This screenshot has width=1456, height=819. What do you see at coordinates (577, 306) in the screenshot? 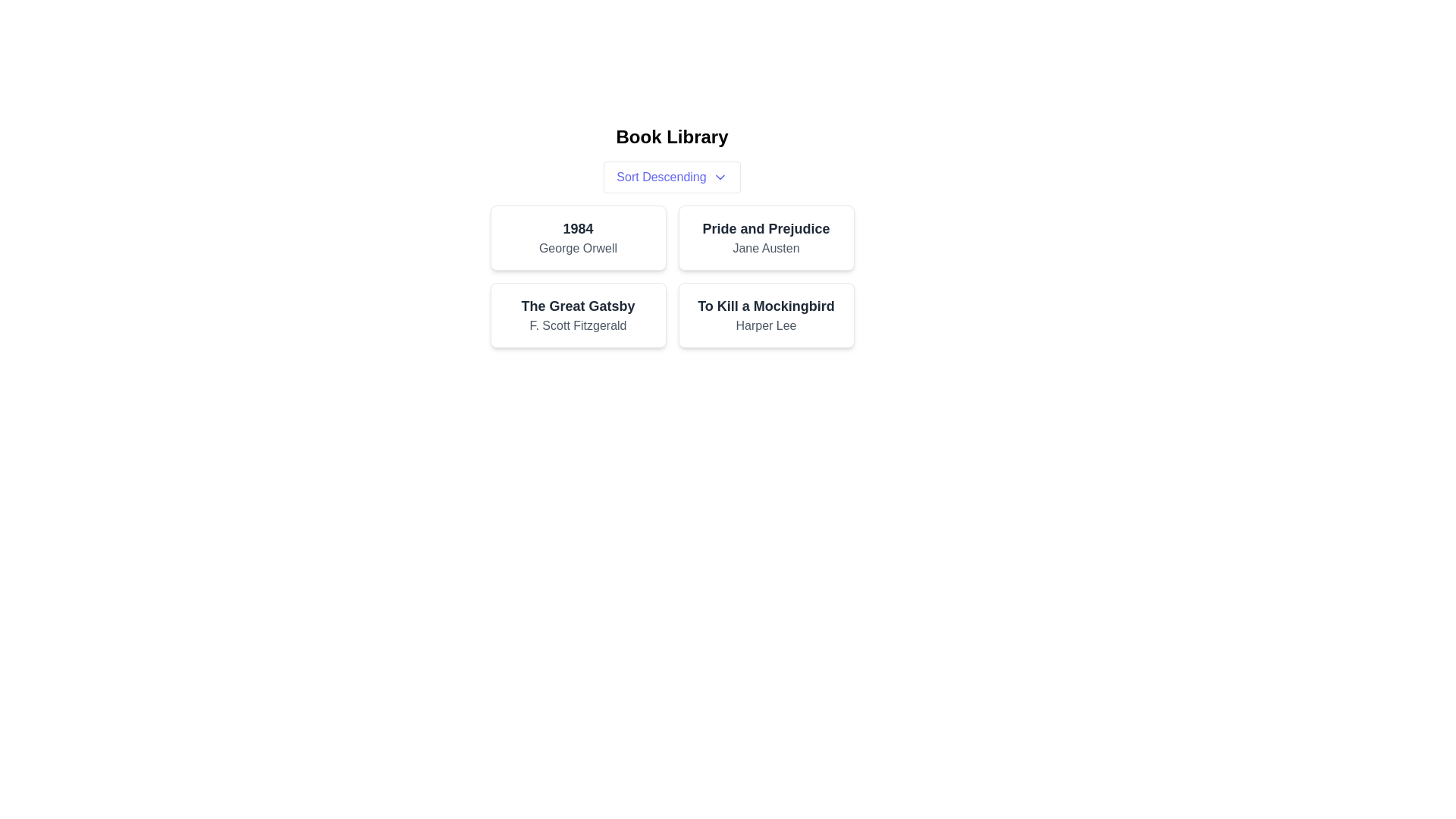
I see `the text label that serves as the header or title for the book, positioned in the bottom-left quadrant of its card, directly above the author's name` at bounding box center [577, 306].